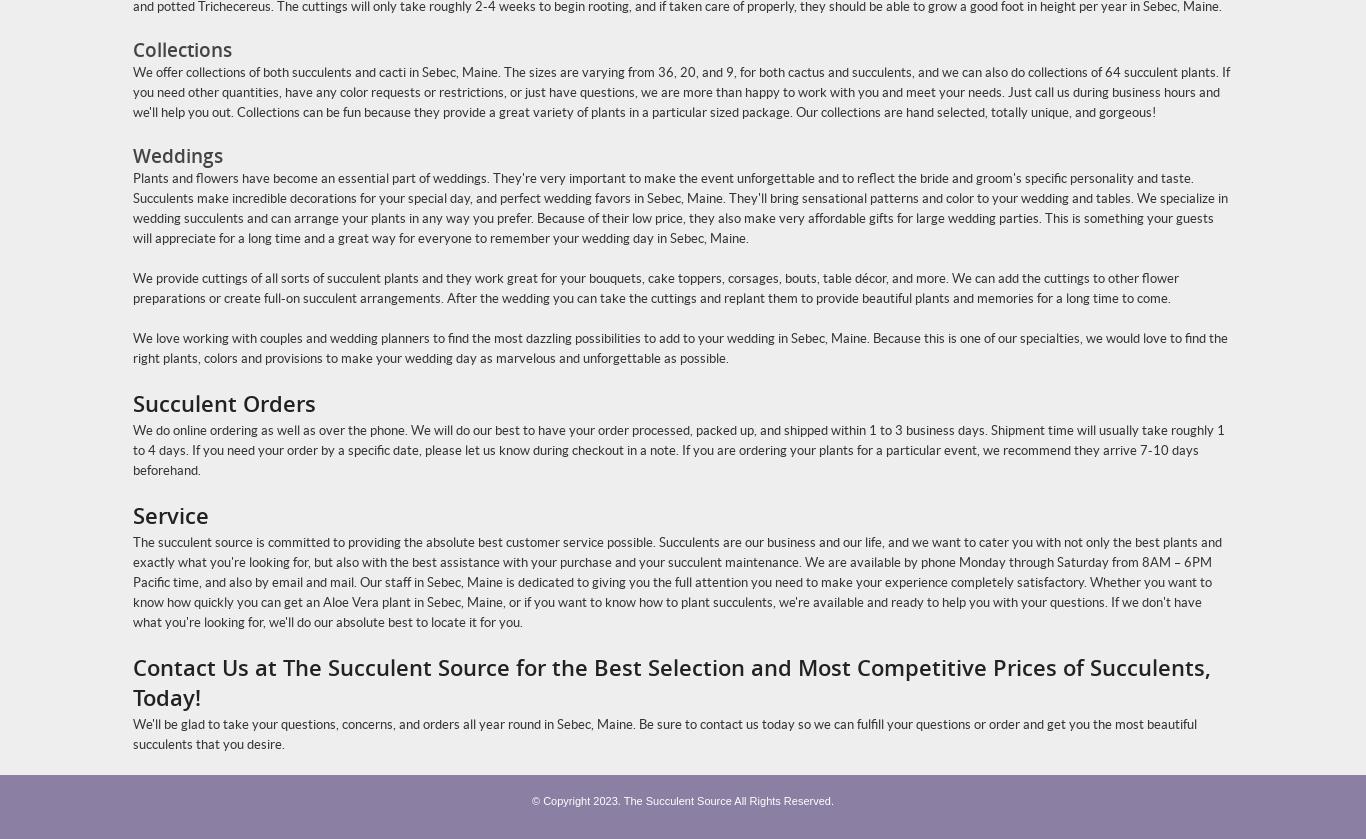 The height and width of the screenshot is (839, 1366). What do you see at coordinates (678, 449) in the screenshot?
I see `'We do online ordering as well as over the phone. We will do our best to have your order processed, packed up, and shipped within 1 to 3 business days. Shipment time will usually take roughly 1 to 4 days. If you need your order by a specific date, please let us know during checkout in a note. If you are ordering your plants for a particular event, we recommend they arrive 7-10 days beforehand.'` at bounding box center [678, 449].